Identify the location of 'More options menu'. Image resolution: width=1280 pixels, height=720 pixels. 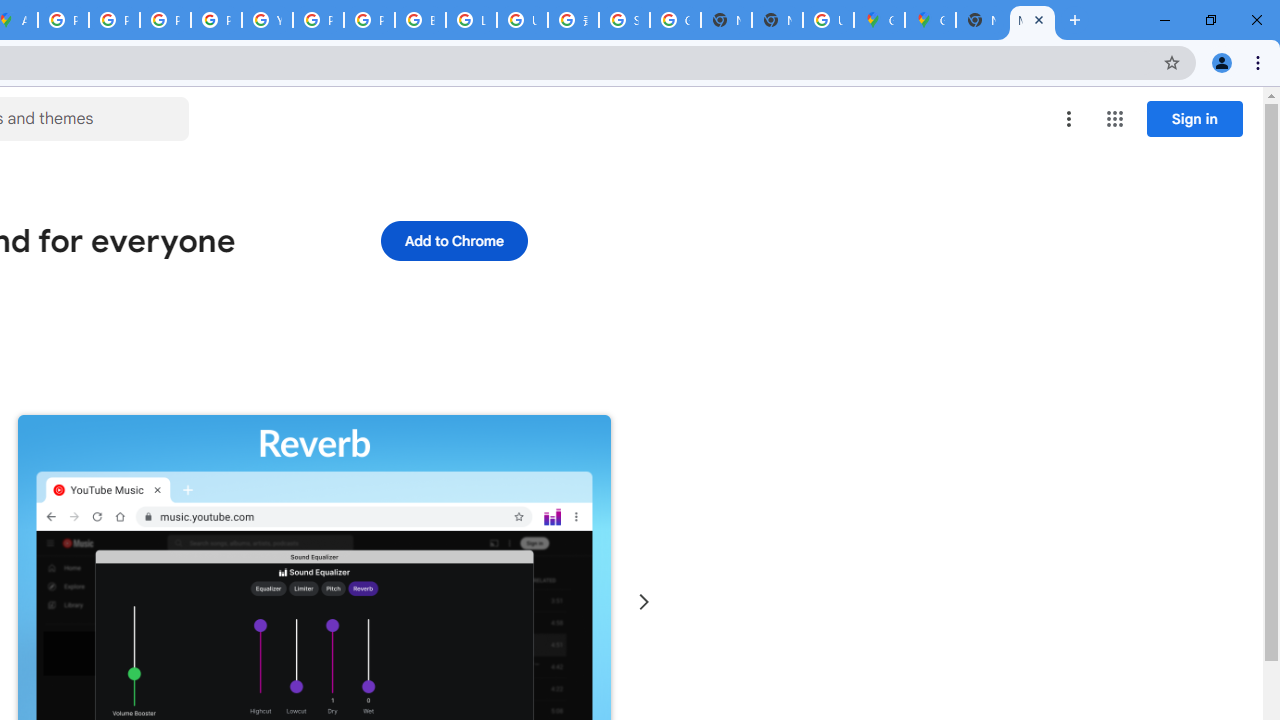
(1068, 119).